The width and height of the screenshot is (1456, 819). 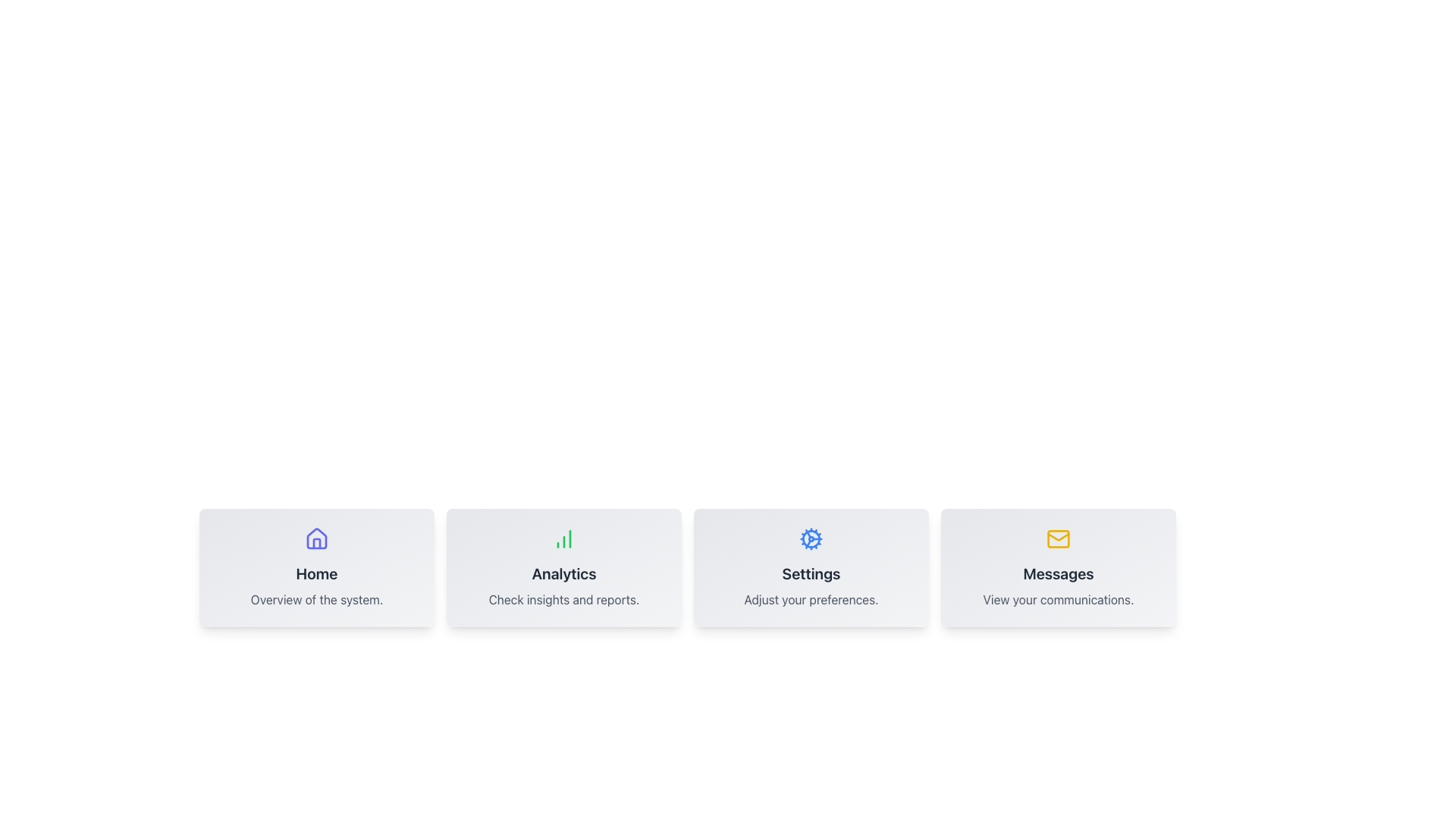 What do you see at coordinates (563, 573) in the screenshot?
I see `the text label indicating analytics, which is the second component from the left in a horizontal sequence of four sections, located below a green bar chart icon and above the 'Check insights and reports' text` at bounding box center [563, 573].